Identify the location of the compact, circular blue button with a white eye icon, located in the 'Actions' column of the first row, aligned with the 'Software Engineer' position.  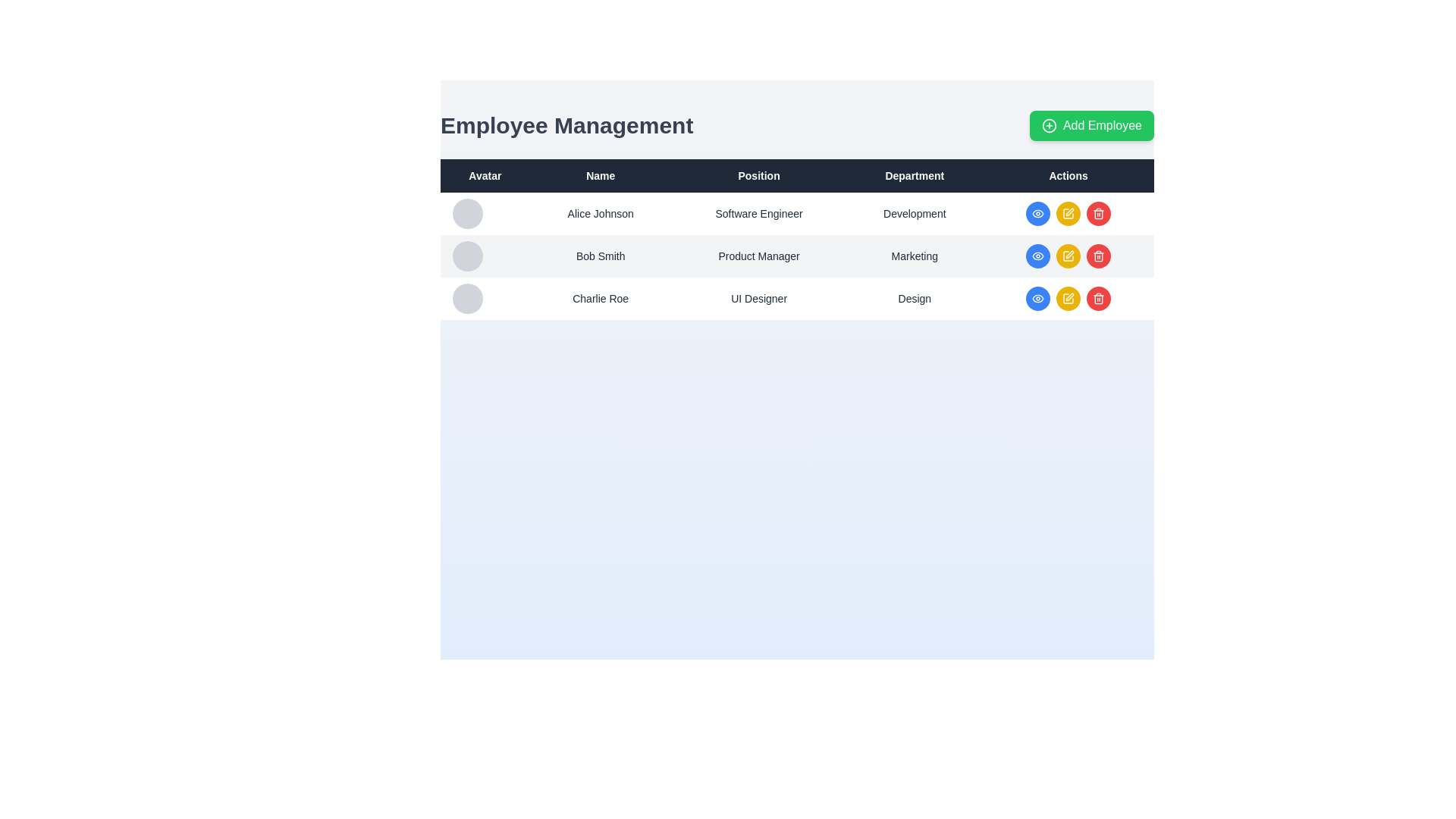
(1037, 213).